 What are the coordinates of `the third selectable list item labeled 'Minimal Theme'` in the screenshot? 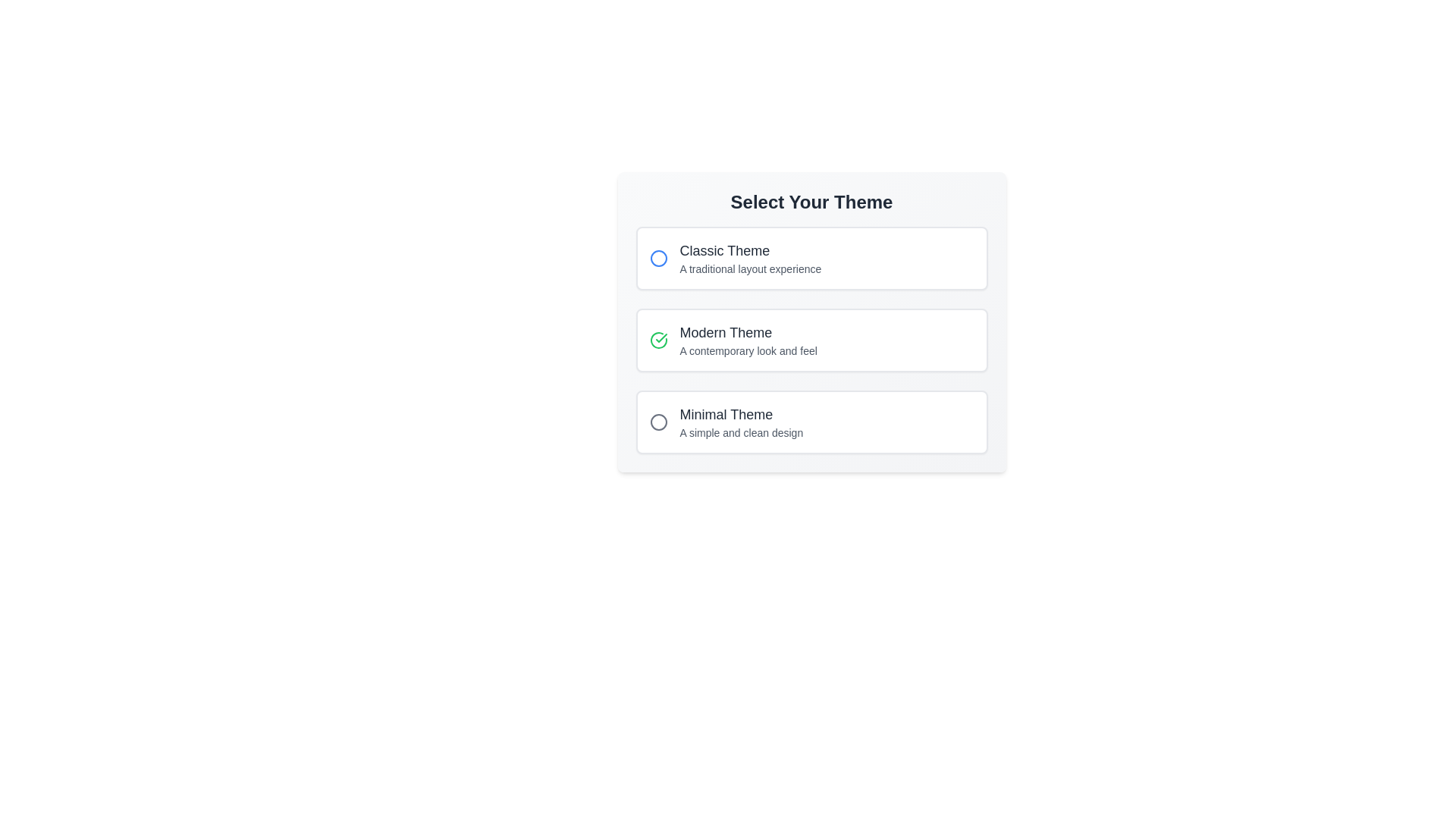 It's located at (811, 422).